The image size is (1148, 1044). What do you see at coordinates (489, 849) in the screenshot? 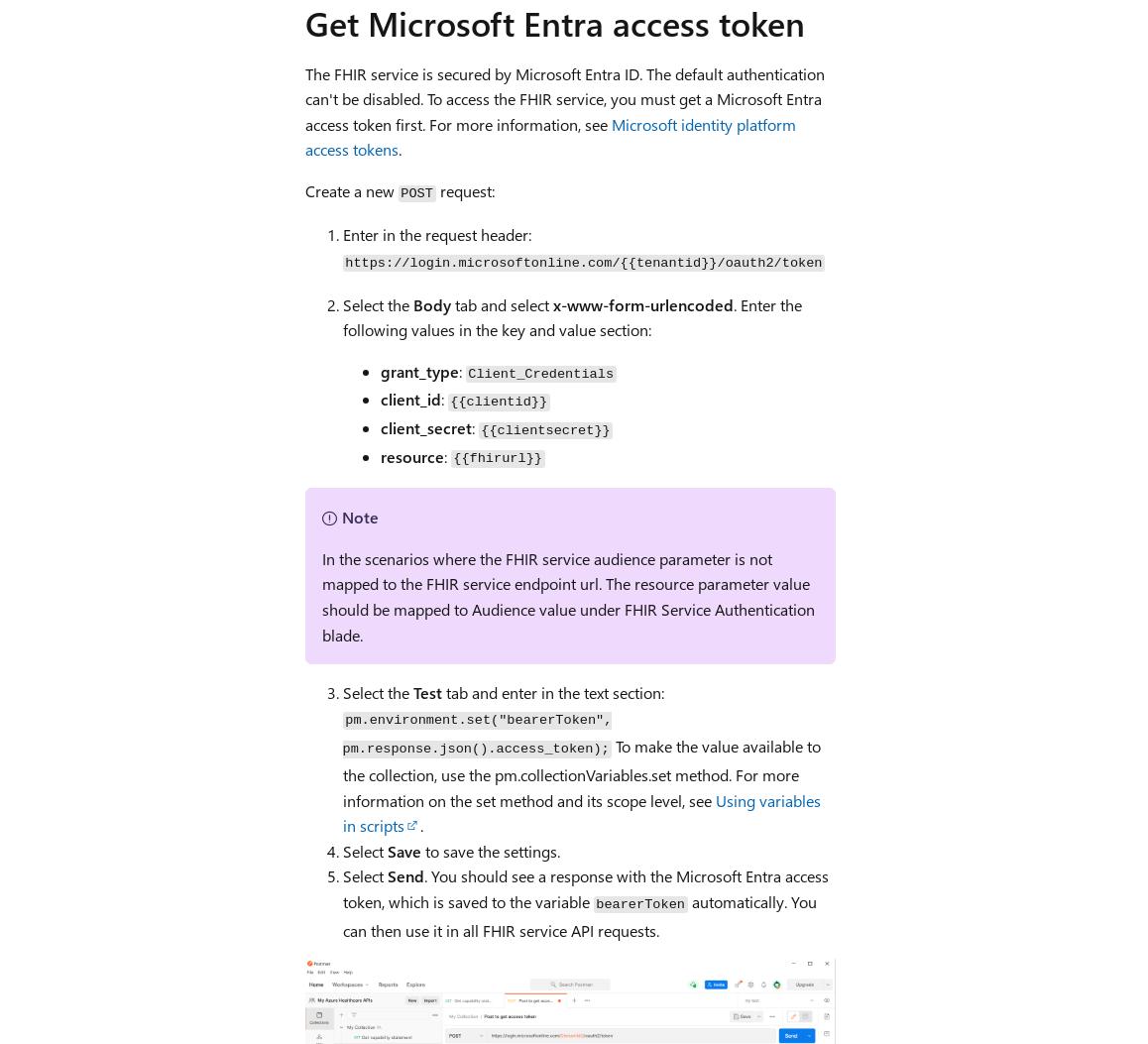
I see `'to save the settings.'` at bounding box center [489, 849].